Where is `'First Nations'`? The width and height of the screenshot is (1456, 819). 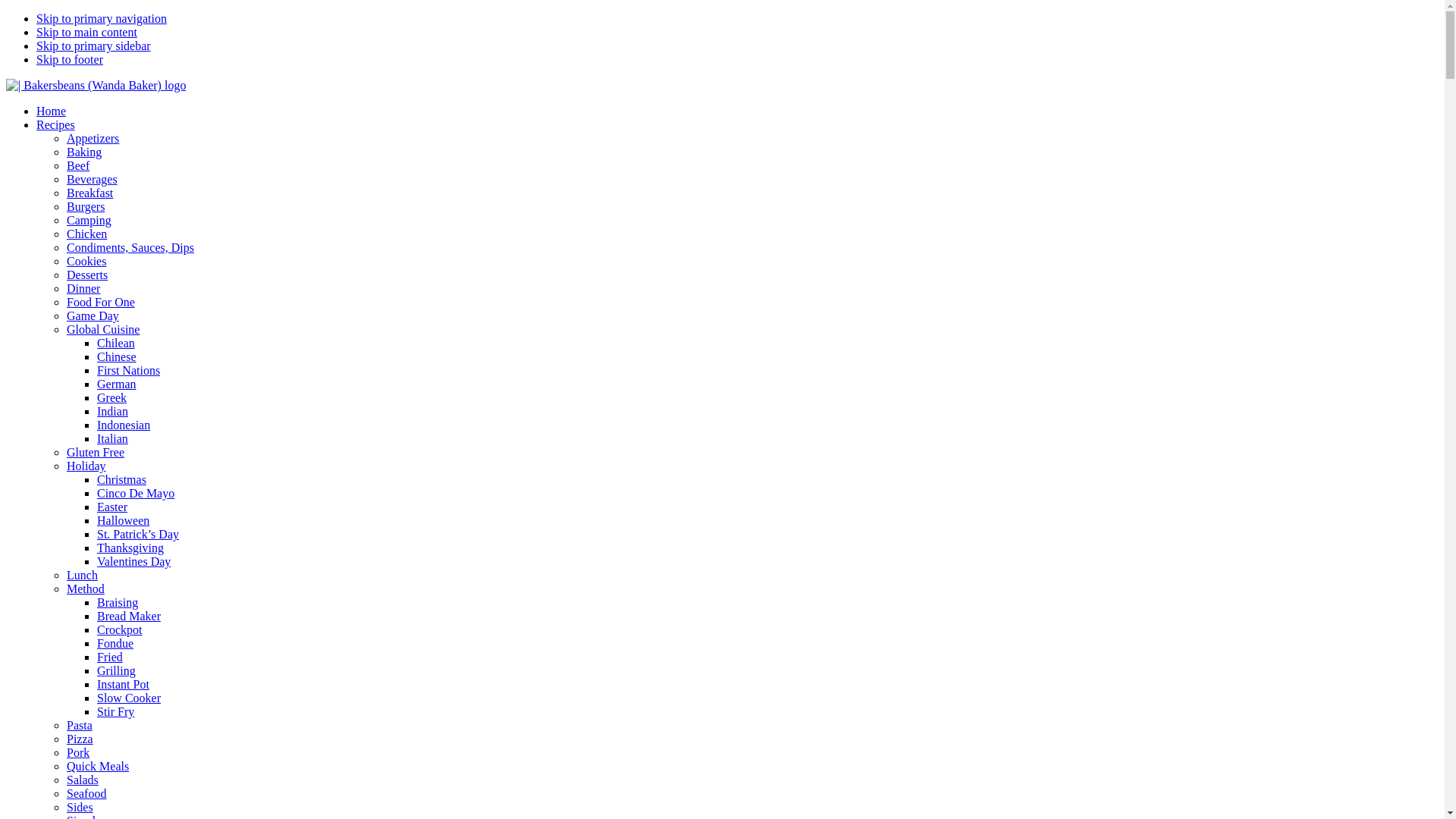
'First Nations' is located at coordinates (128, 370).